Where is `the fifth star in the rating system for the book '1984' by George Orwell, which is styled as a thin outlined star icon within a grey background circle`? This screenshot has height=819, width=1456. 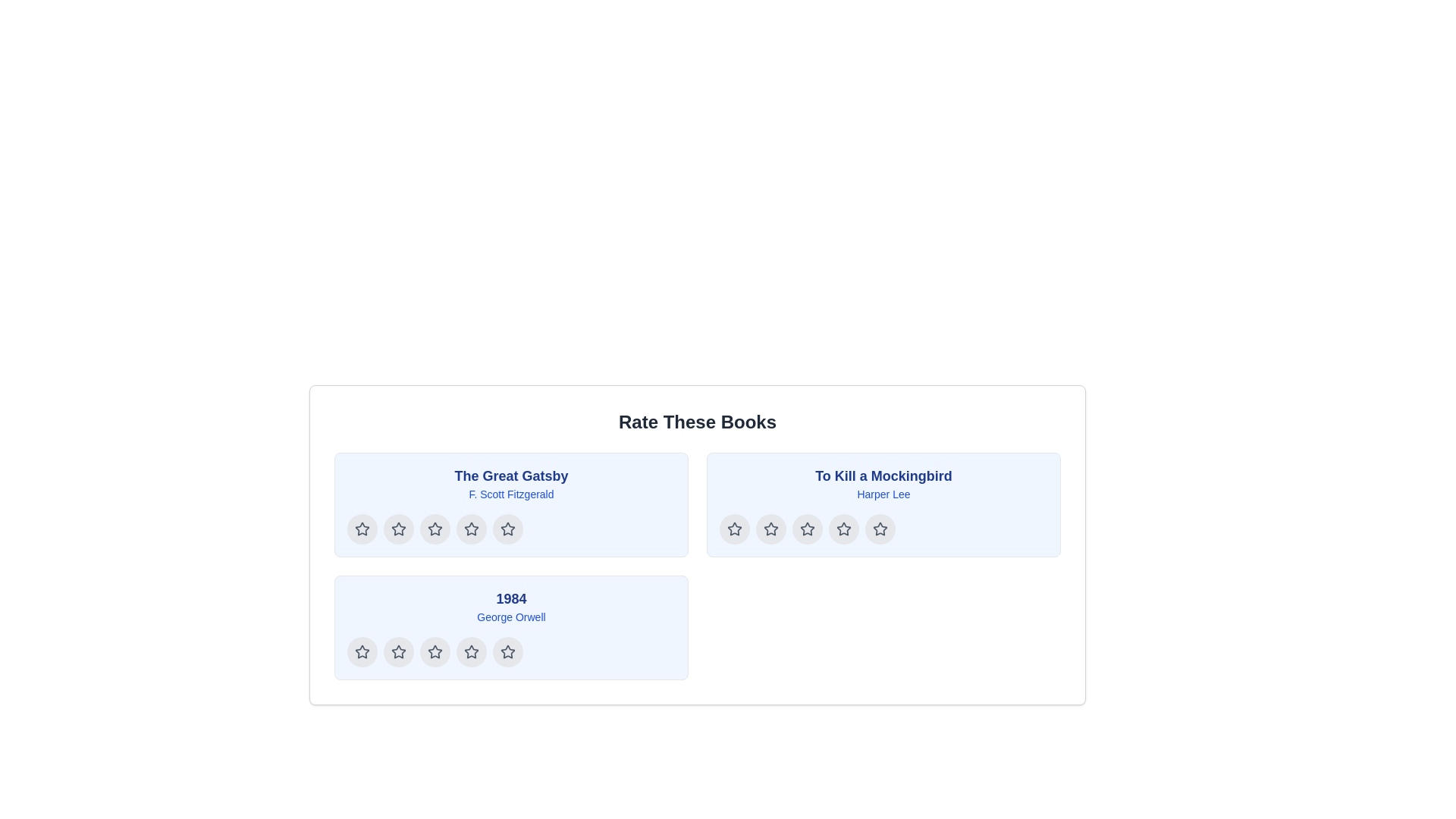 the fifth star in the rating system for the book '1984' by George Orwell, which is styled as a thin outlined star icon within a grey background circle is located at coordinates (508, 651).